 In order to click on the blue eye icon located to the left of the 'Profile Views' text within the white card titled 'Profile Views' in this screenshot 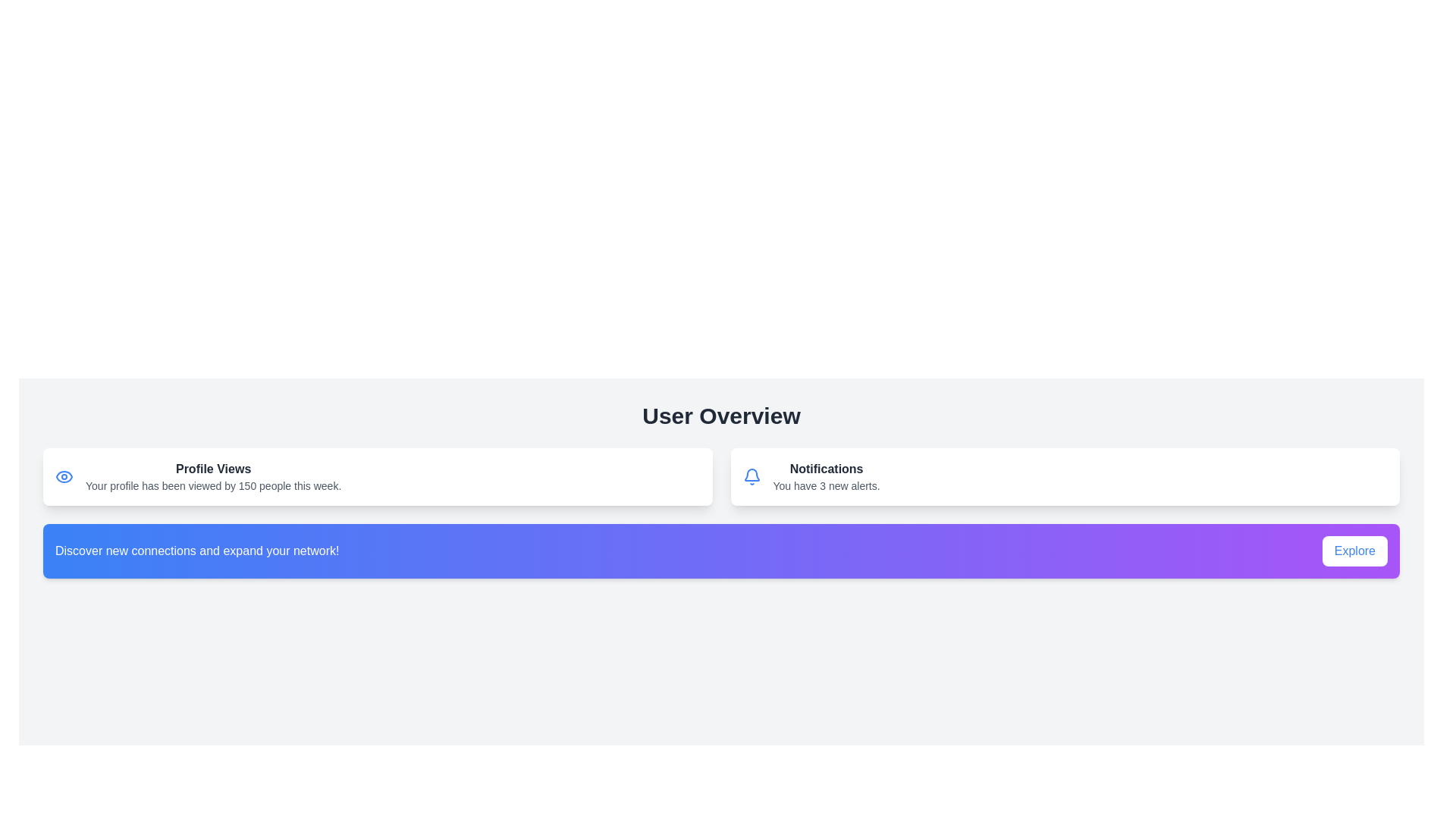, I will do `click(64, 475)`.